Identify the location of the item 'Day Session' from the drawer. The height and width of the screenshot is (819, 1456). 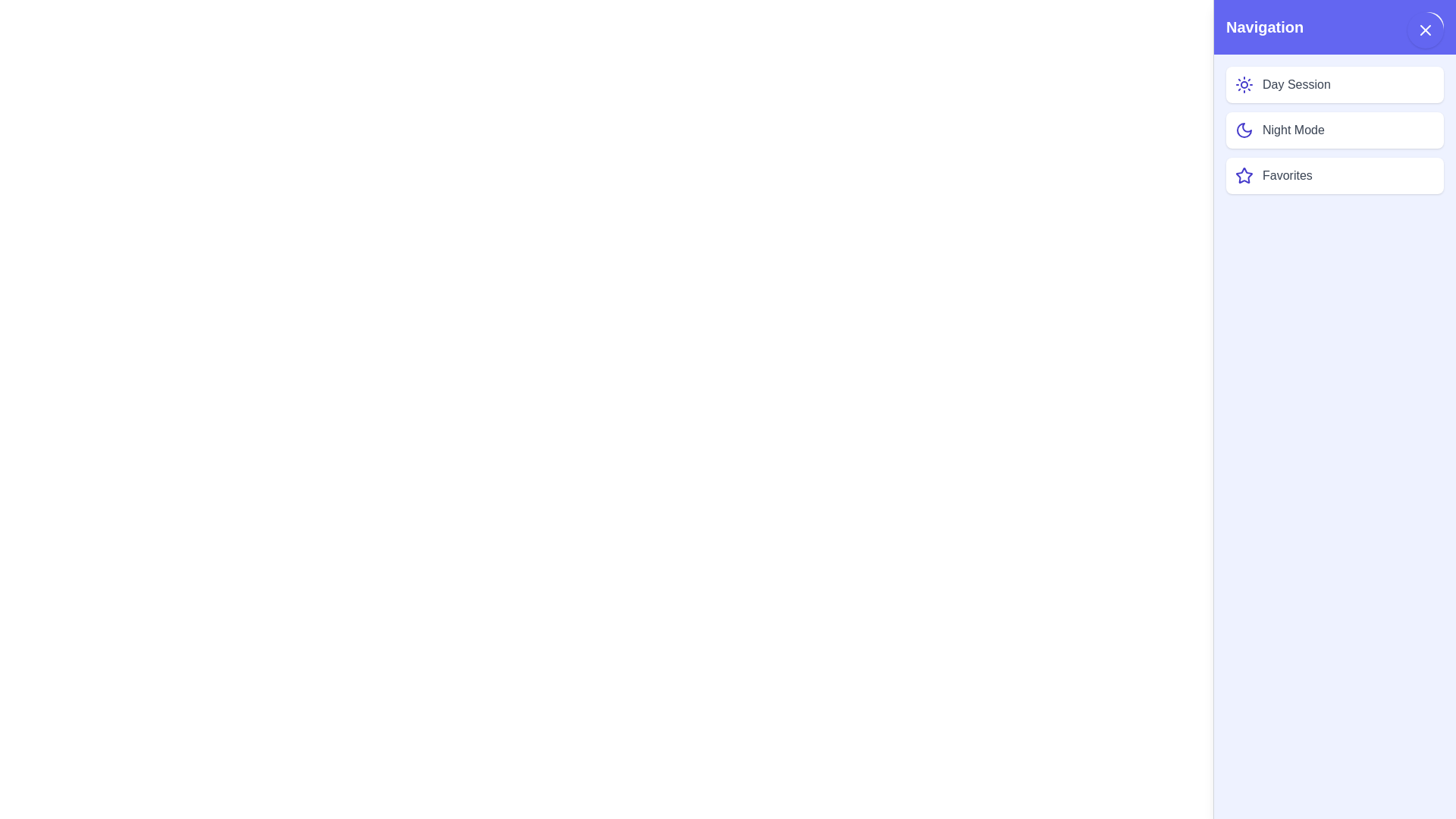
(1335, 84).